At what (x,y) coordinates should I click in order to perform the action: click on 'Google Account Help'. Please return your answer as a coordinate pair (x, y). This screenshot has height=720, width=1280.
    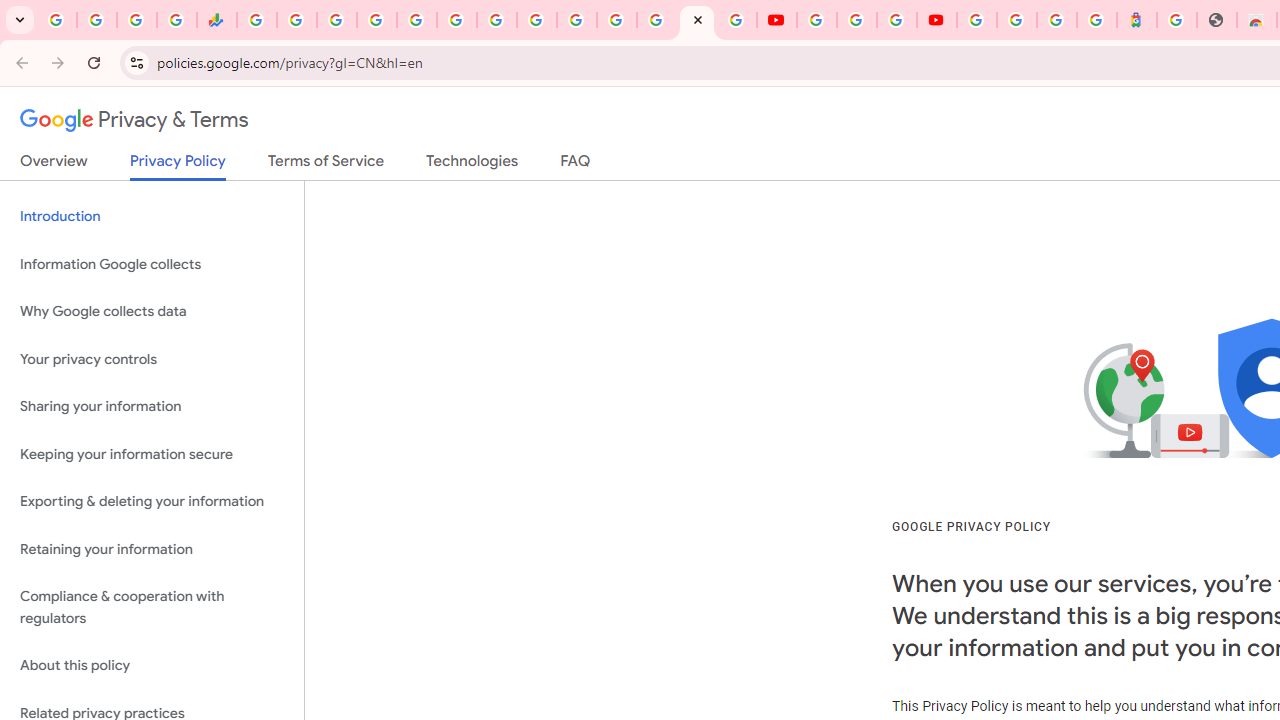
    Looking at the image, I should click on (856, 20).